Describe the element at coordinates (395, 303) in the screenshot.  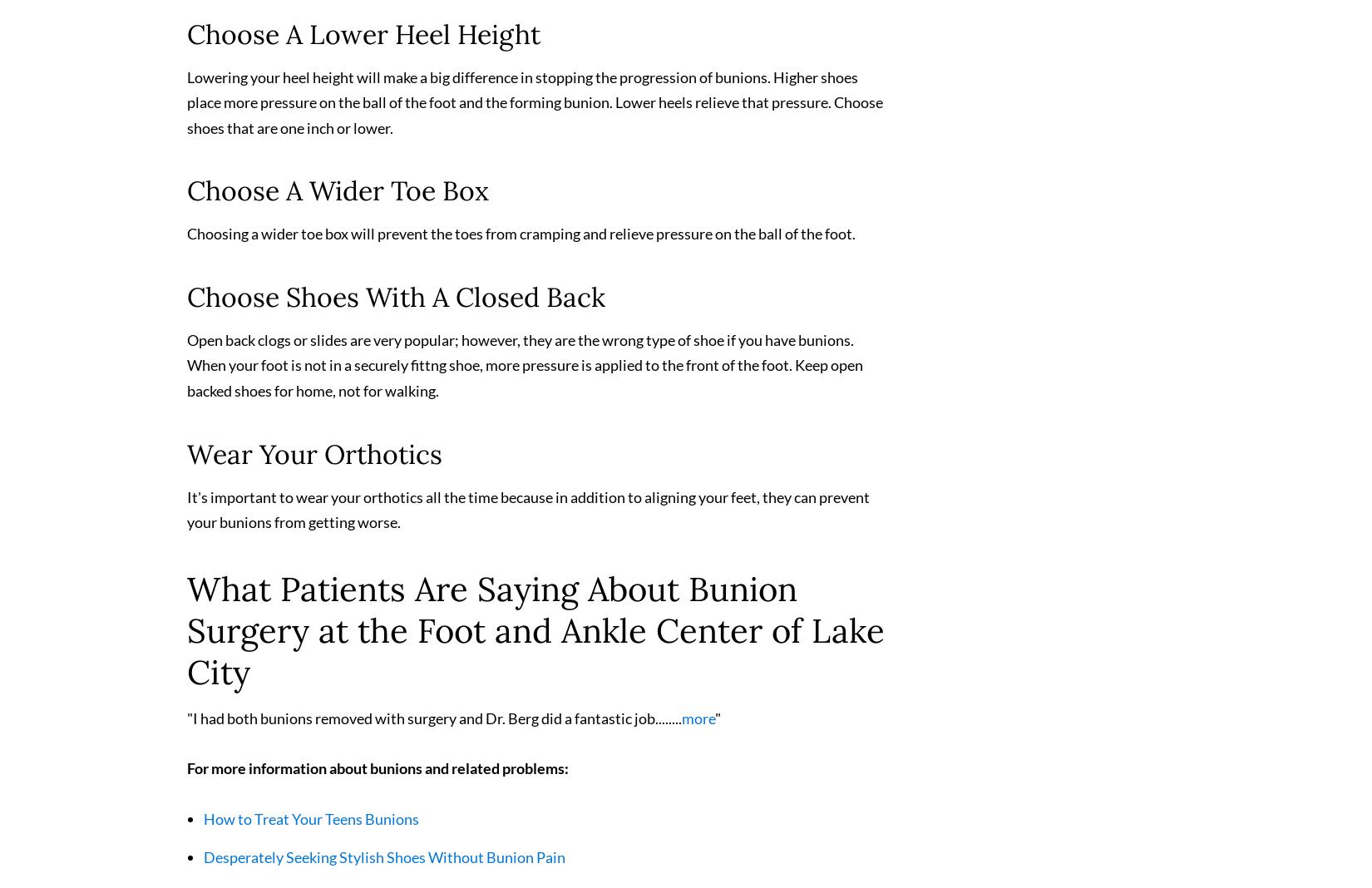
I see `'Choose Shoes With A Closed Back'` at that location.